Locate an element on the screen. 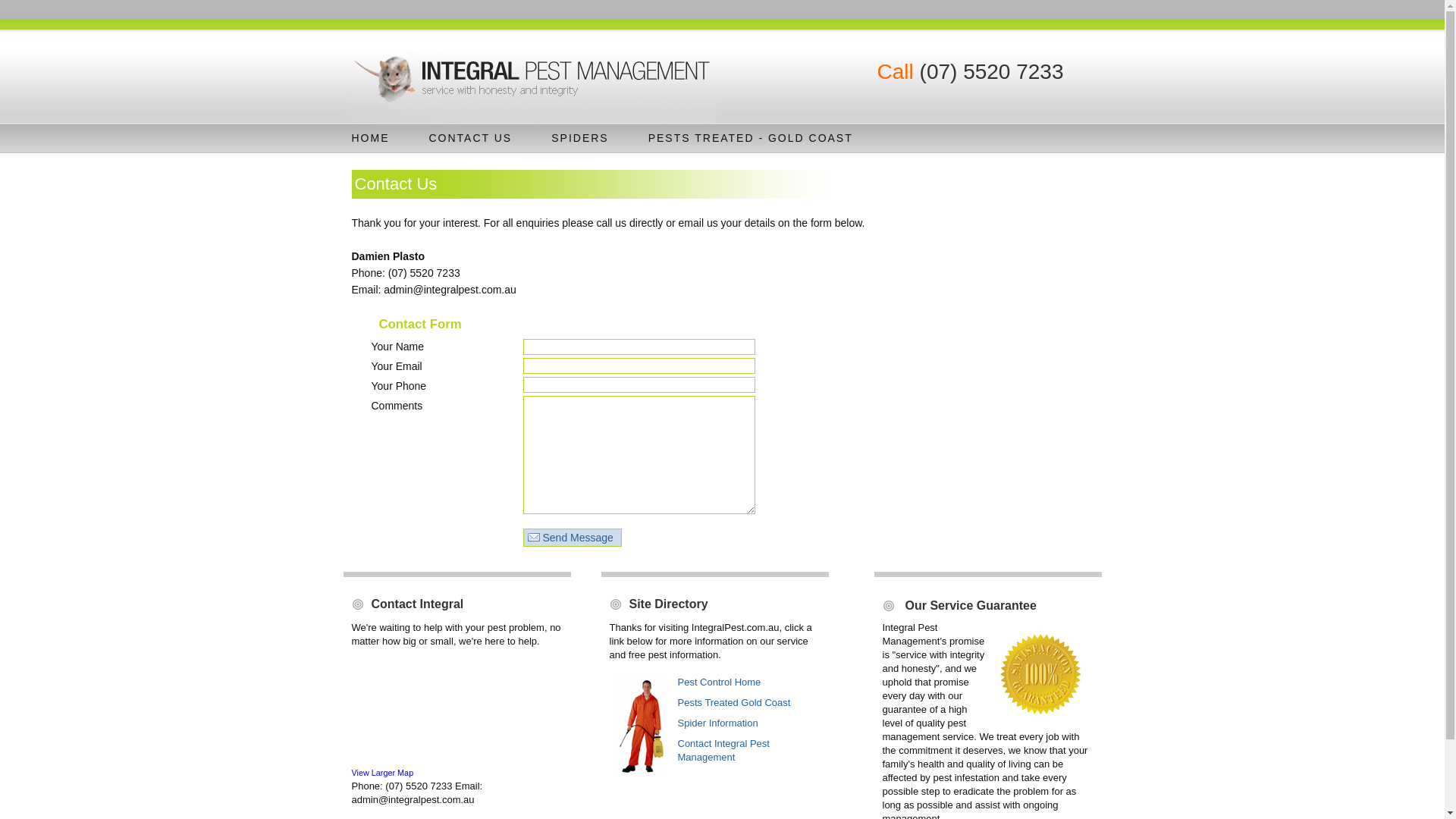  'SPIDERS' is located at coordinates (542, 137).